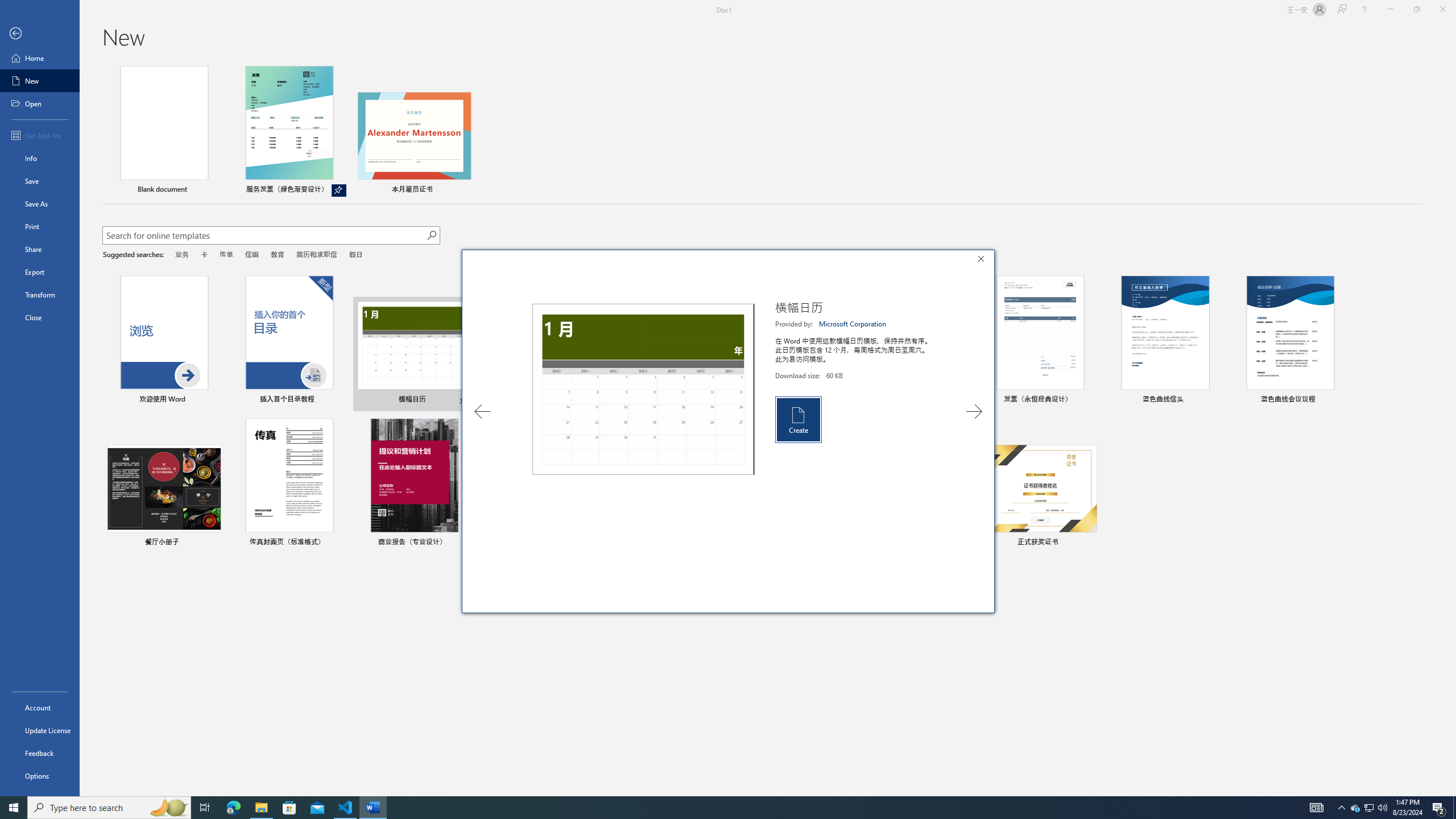 The width and height of the screenshot is (1456, 819). What do you see at coordinates (643, 388) in the screenshot?
I see `'Preview'` at bounding box center [643, 388].